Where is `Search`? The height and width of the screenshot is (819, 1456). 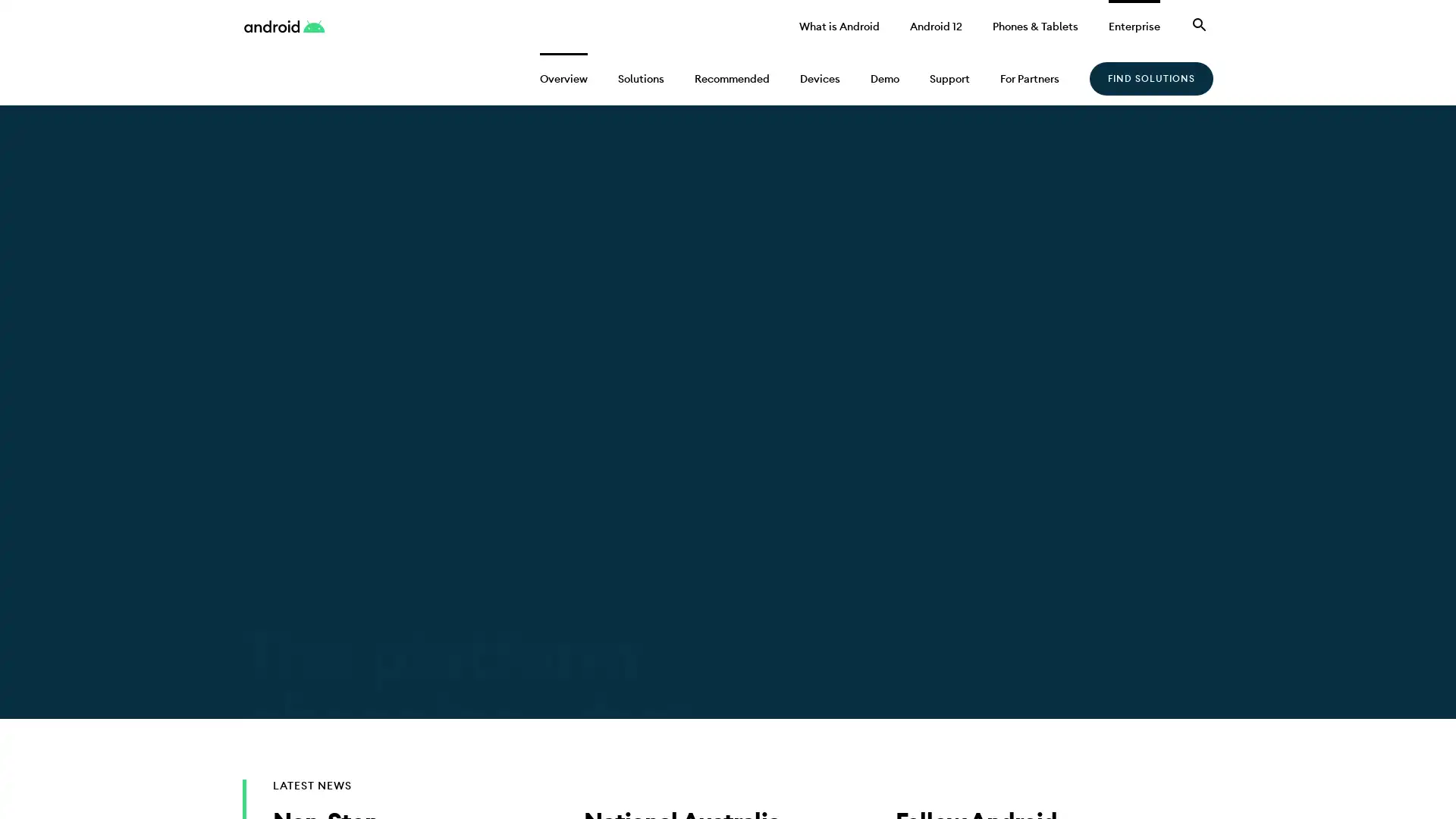 Search is located at coordinates (1199, 26).